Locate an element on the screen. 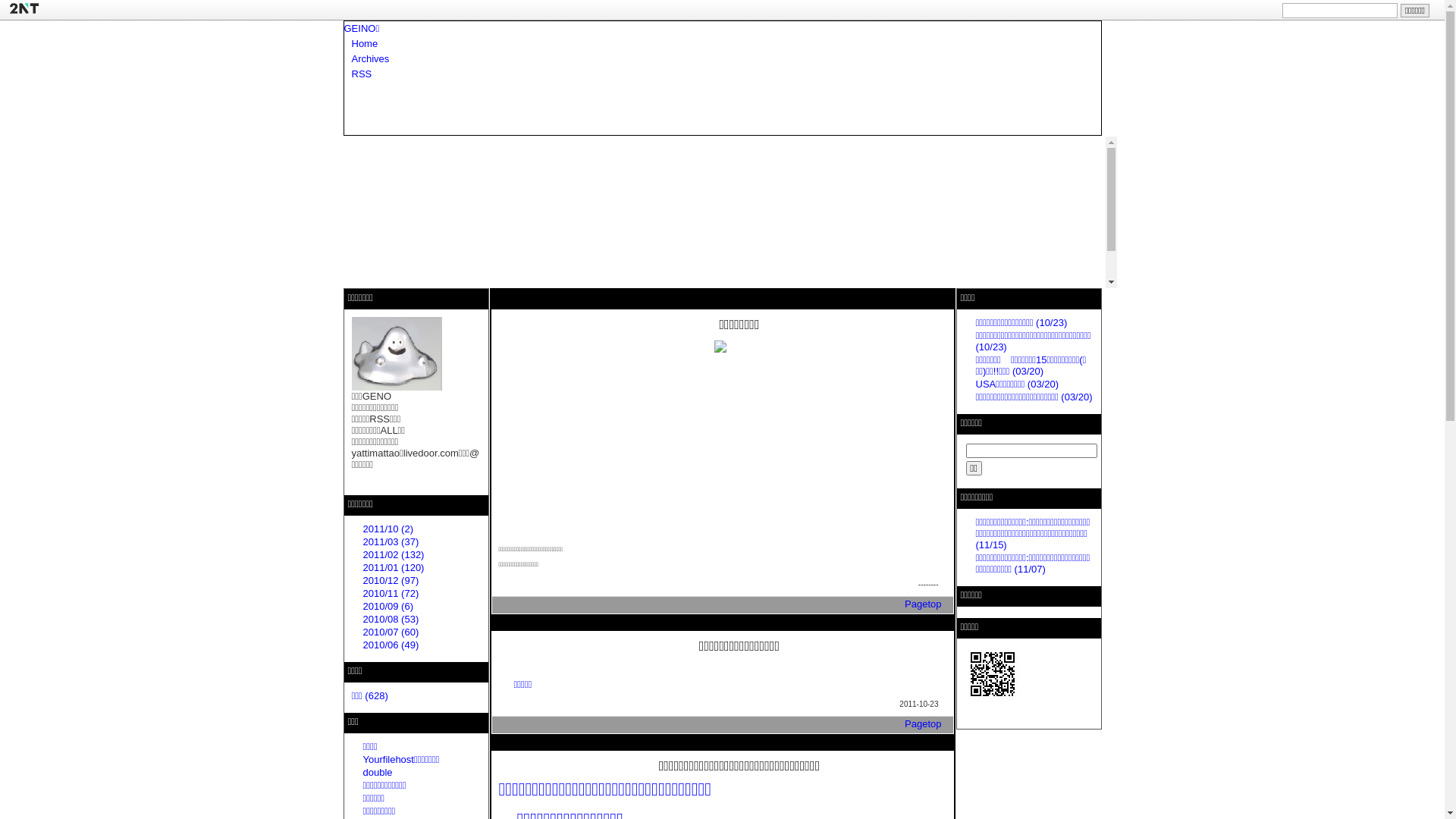 The height and width of the screenshot is (819, 1456). 'Pagetop' is located at coordinates (905, 603).